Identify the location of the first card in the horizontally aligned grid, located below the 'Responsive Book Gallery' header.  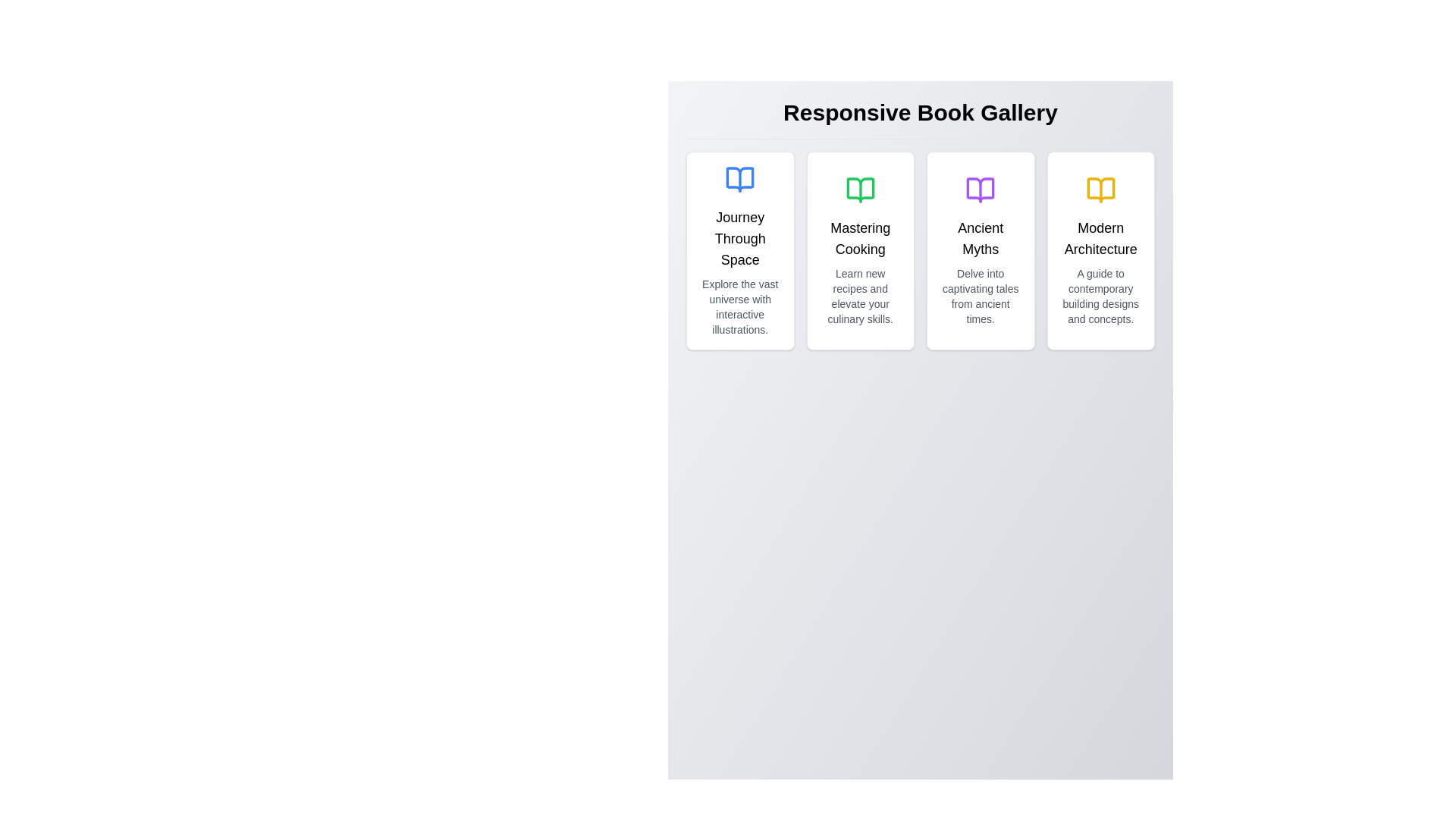
(740, 250).